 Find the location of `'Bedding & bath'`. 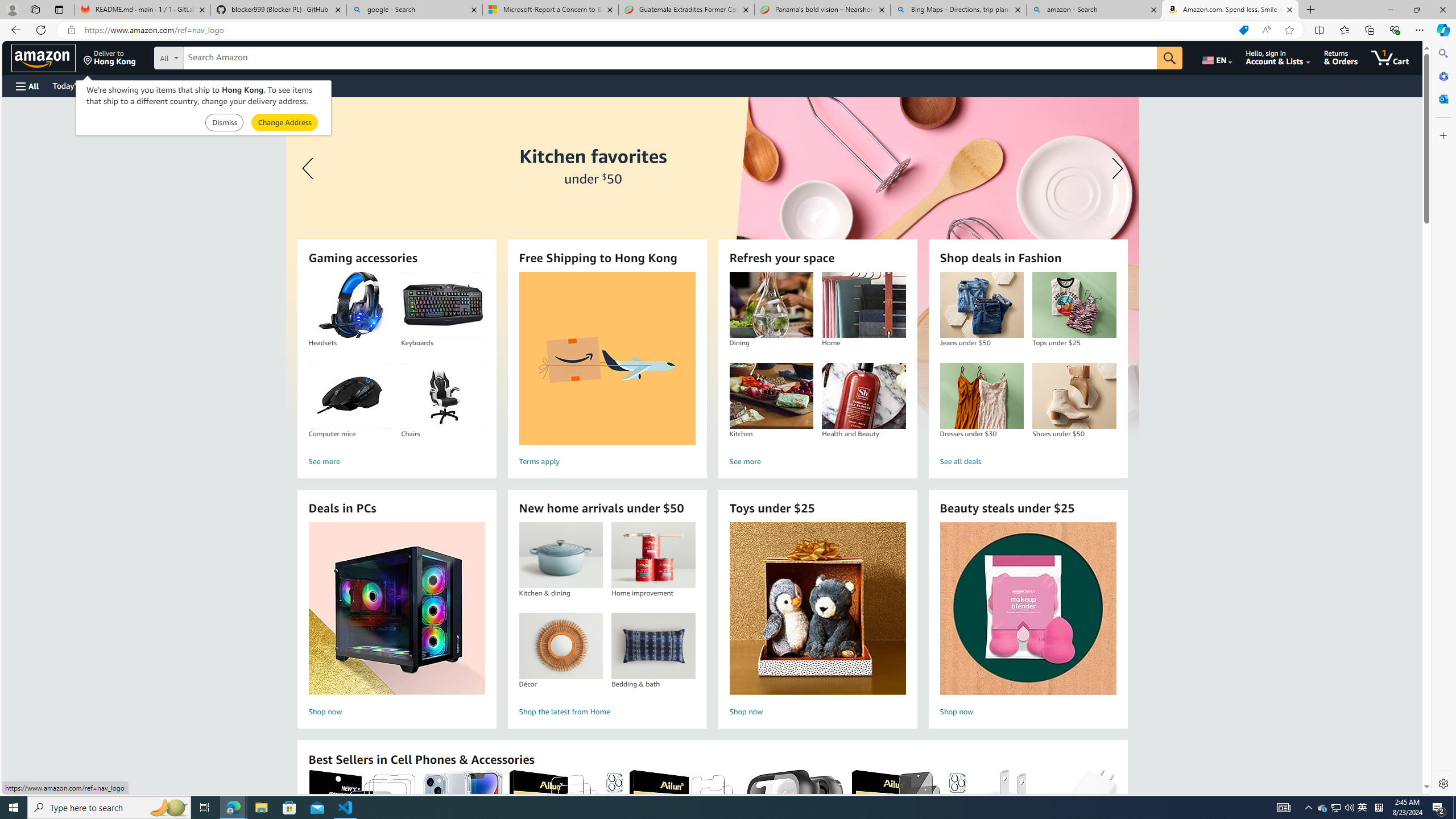

'Bedding & bath' is located at coordinates (653, 646).